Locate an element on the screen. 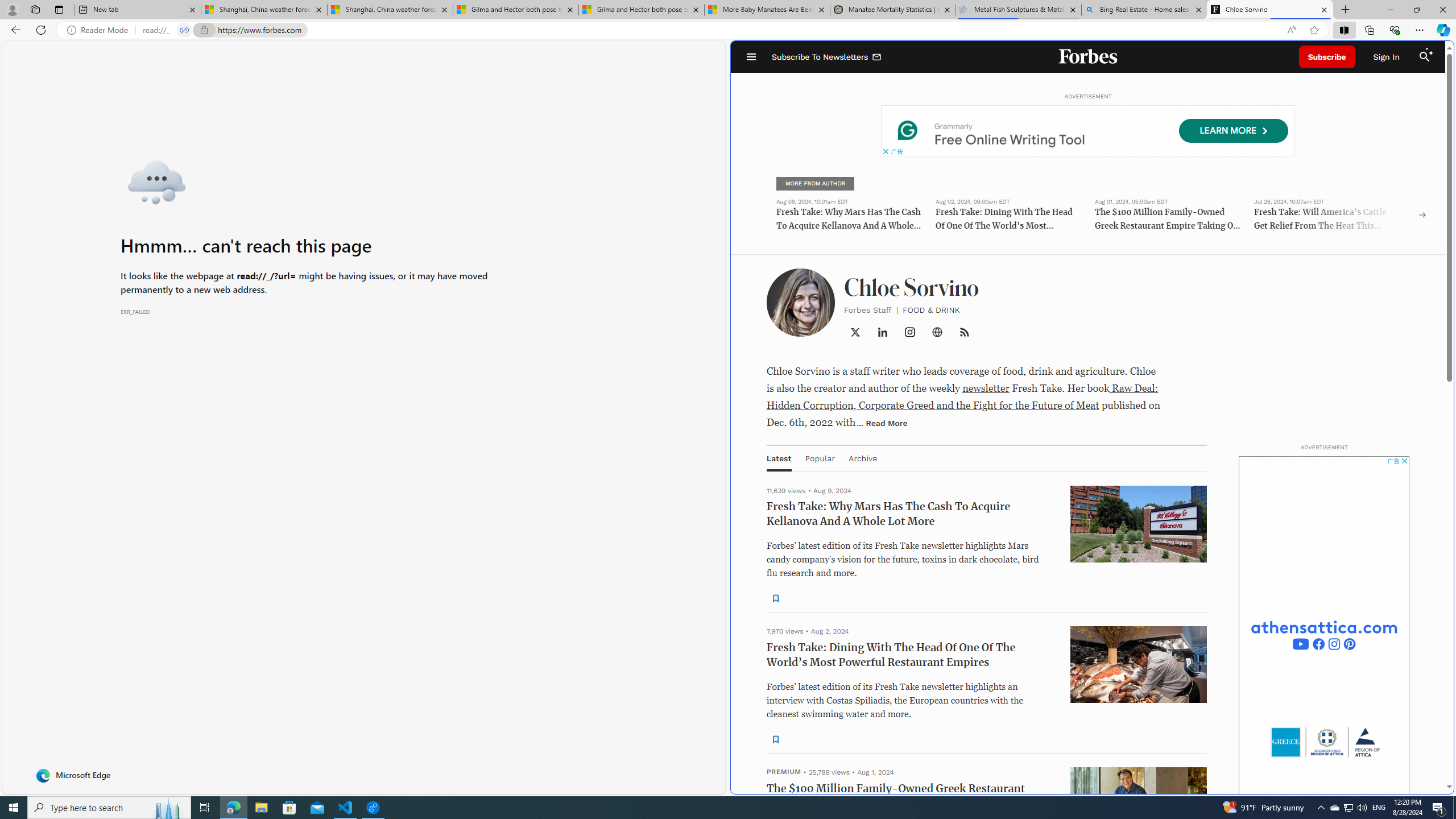 Image resolution: width=1456 pixels, height=819 pixels. 'Chloe Sorvino' is located at coordinates (1270, 9).